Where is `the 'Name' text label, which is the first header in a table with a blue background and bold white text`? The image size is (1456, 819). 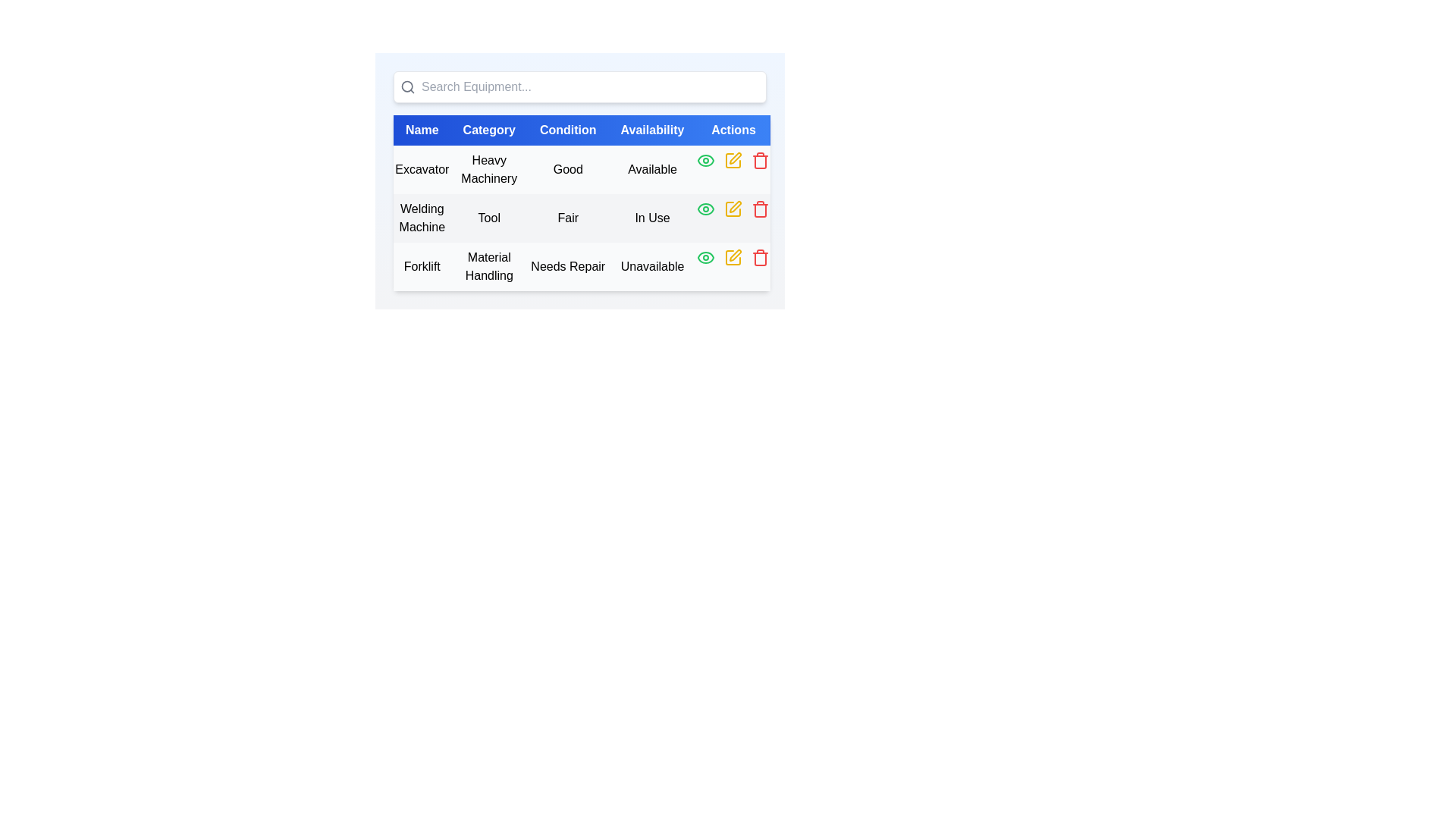 the 'Name' text label, which is the first header in a table with a blue background and bold white text is located at coordinates (422, 130).